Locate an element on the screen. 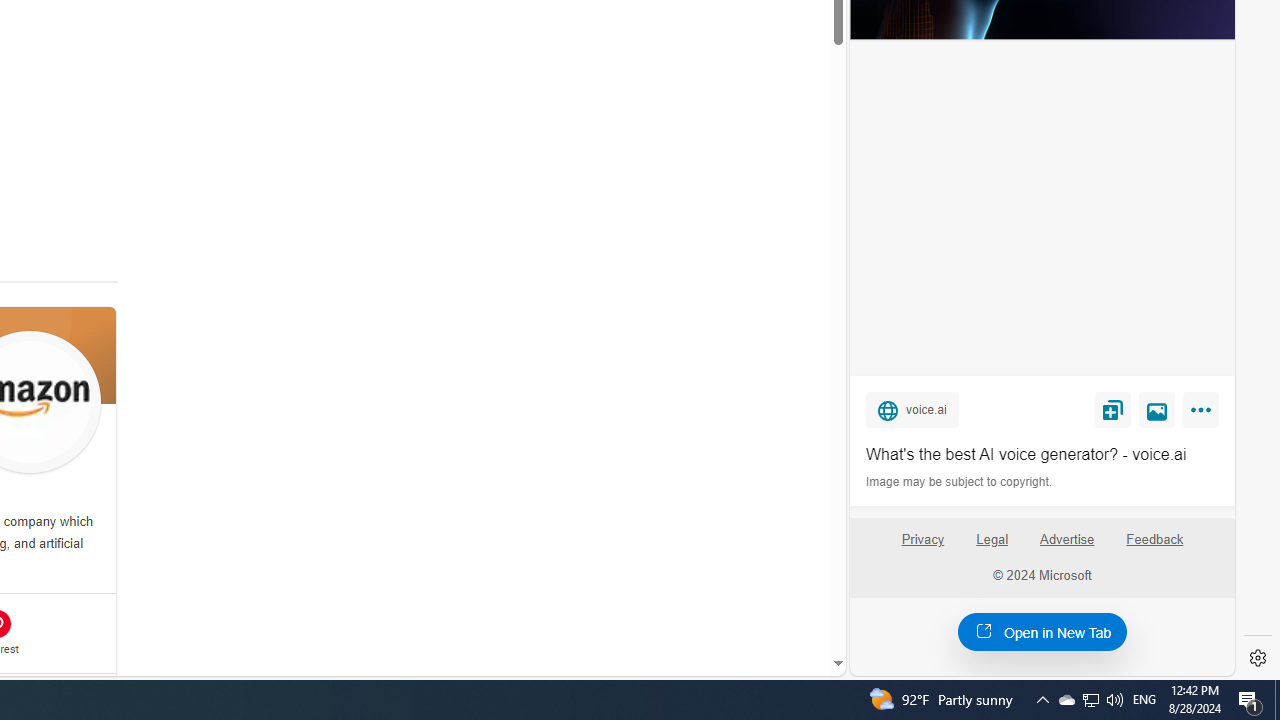 This screenshot has height=720, width=1280. 'Privacy' is located at coordinates (921, 538).